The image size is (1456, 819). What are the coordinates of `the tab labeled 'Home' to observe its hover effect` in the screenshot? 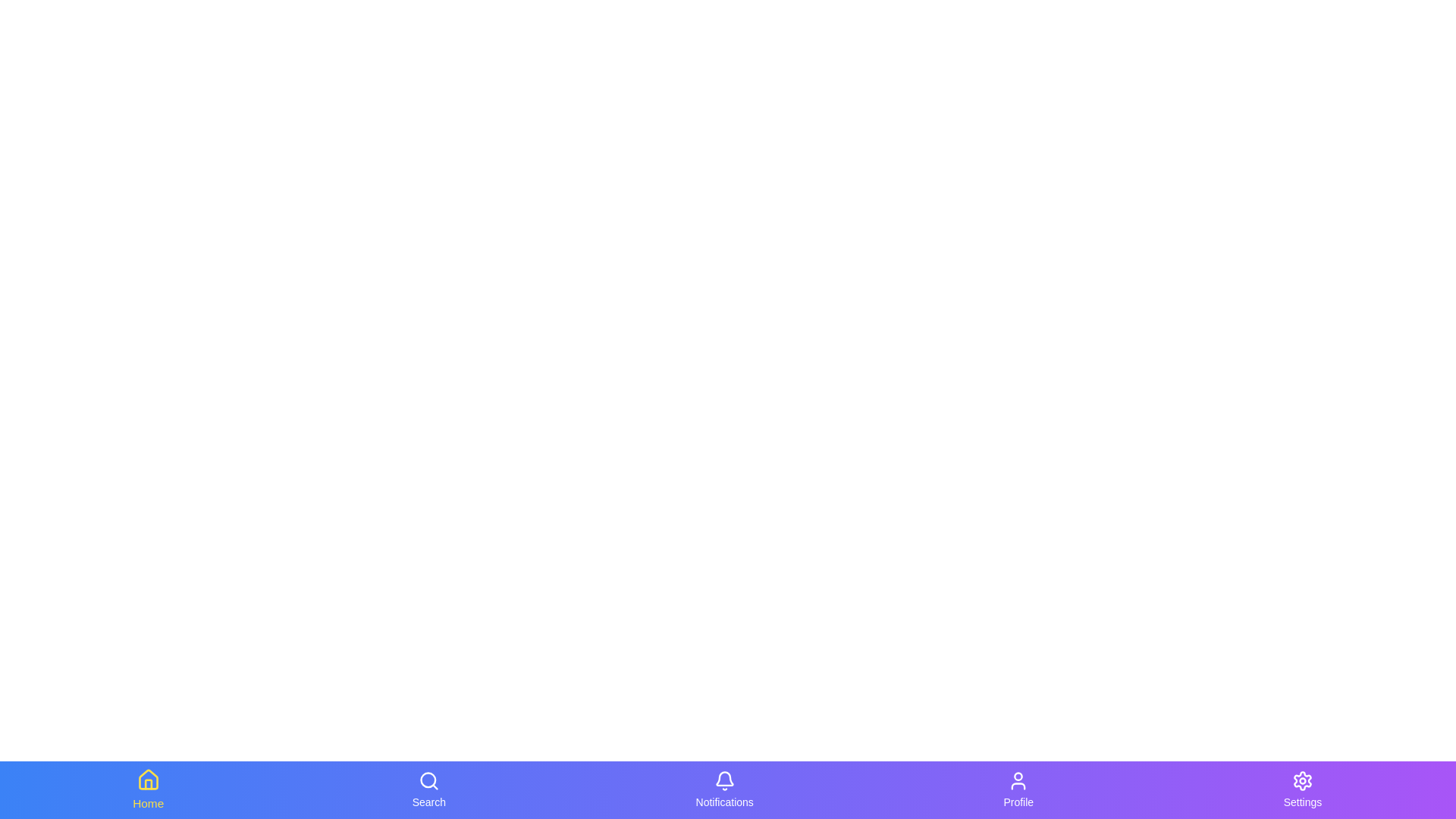 It's located at (148, 789).